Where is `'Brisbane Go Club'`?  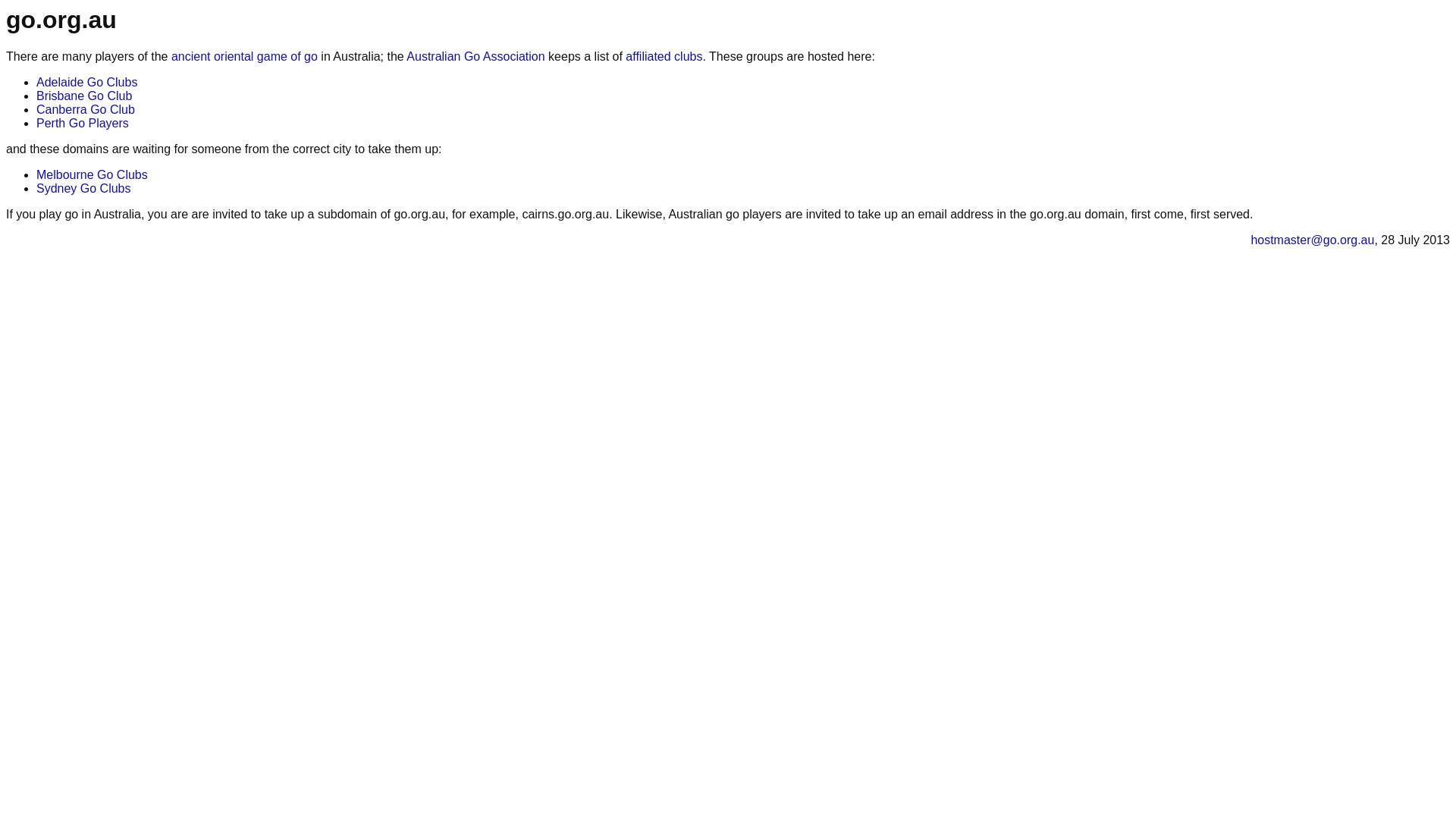
'Brisbane Go Club' is located at coordinates (83, 96).